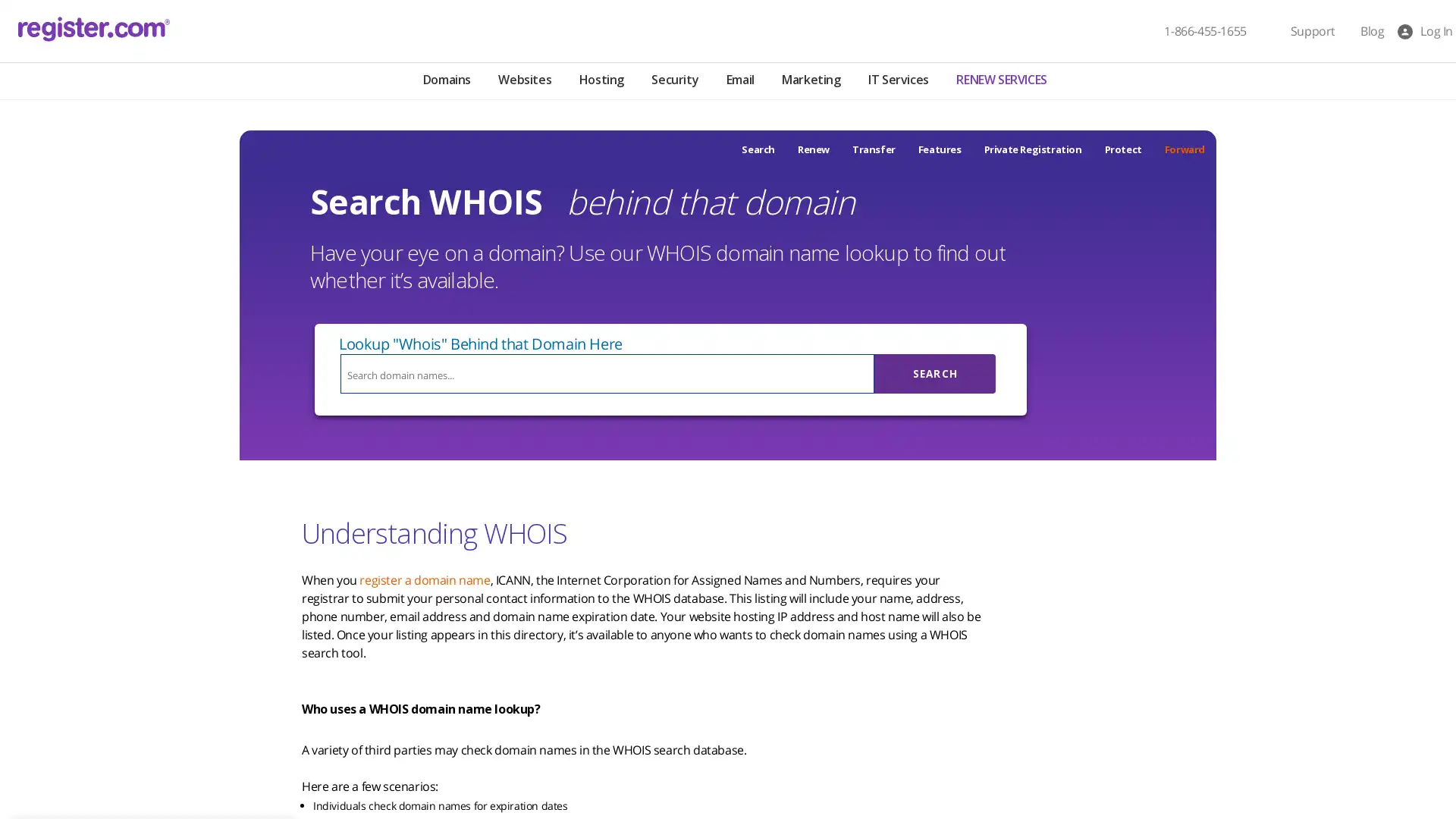 The image size is (1456, 819). What do you see at coordinates (24, 742) in the screenshot?
I see `Explore your accessibility options` at bounding box center [24, 742].